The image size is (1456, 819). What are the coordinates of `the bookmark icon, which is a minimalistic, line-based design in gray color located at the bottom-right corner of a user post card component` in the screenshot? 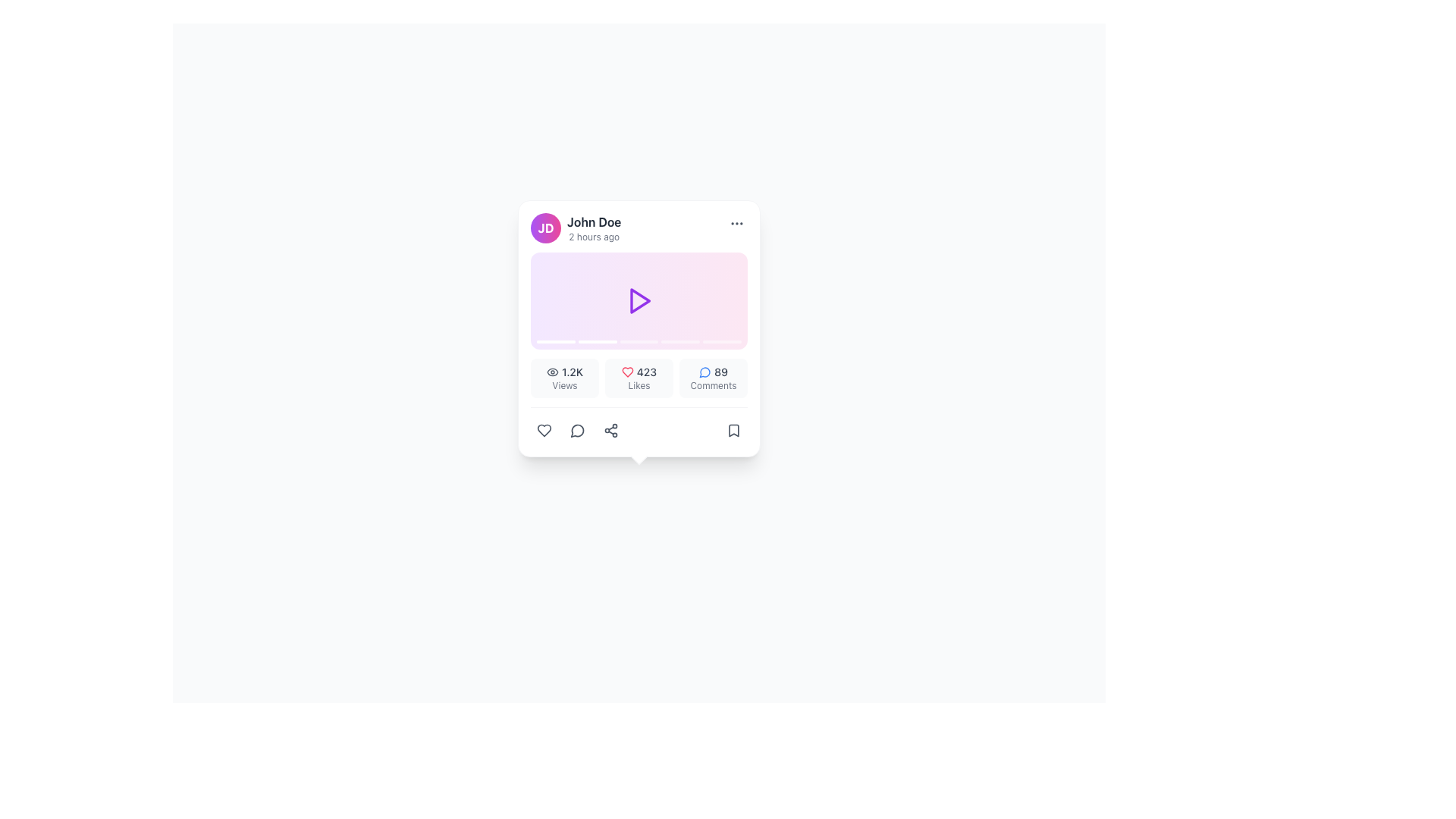 It's located at (734, 430).